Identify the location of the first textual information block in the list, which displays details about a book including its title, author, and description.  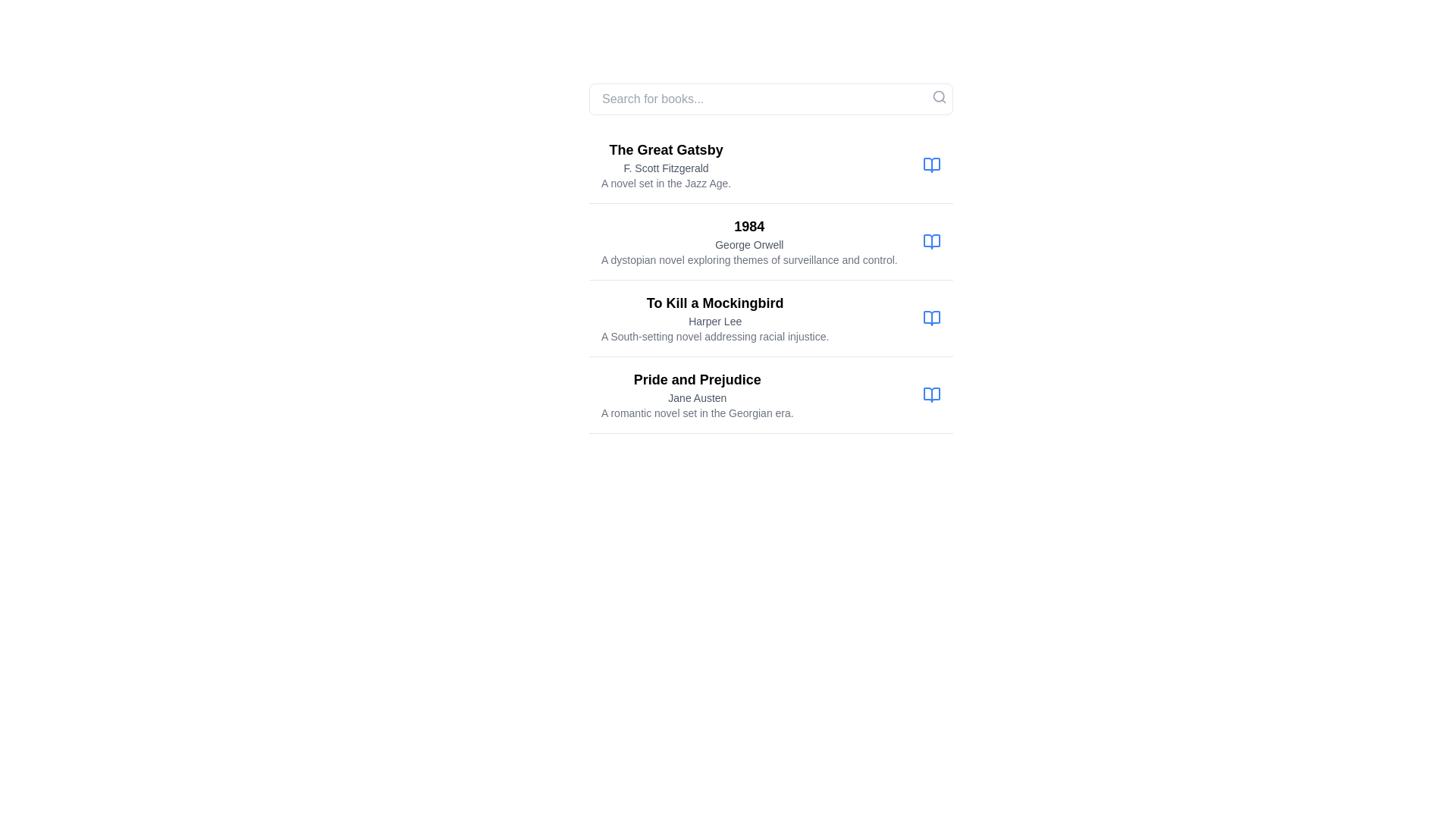
(771, 165).